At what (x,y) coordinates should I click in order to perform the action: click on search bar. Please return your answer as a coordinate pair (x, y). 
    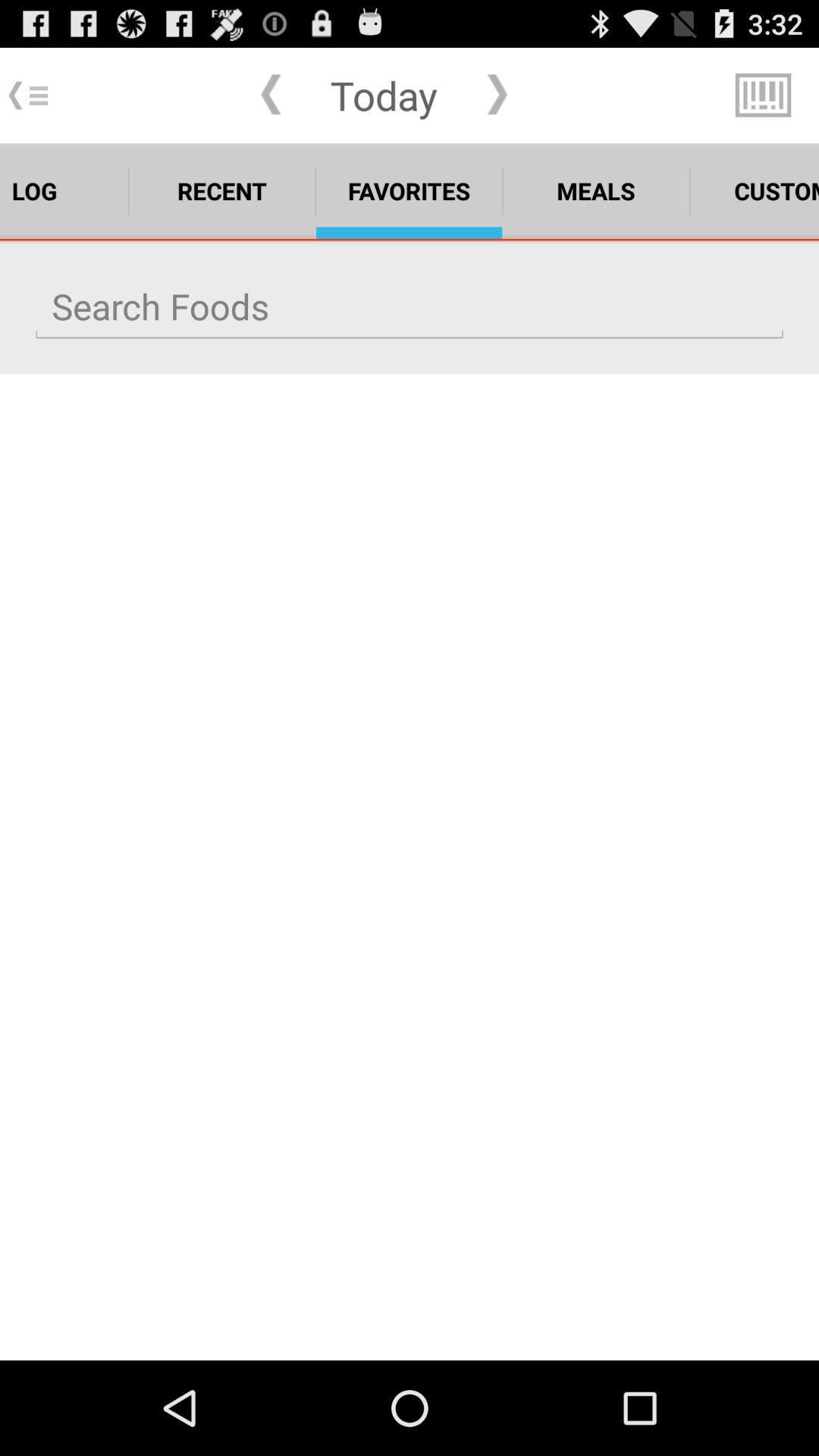
    Looking at the image, I should click on (409, 306).